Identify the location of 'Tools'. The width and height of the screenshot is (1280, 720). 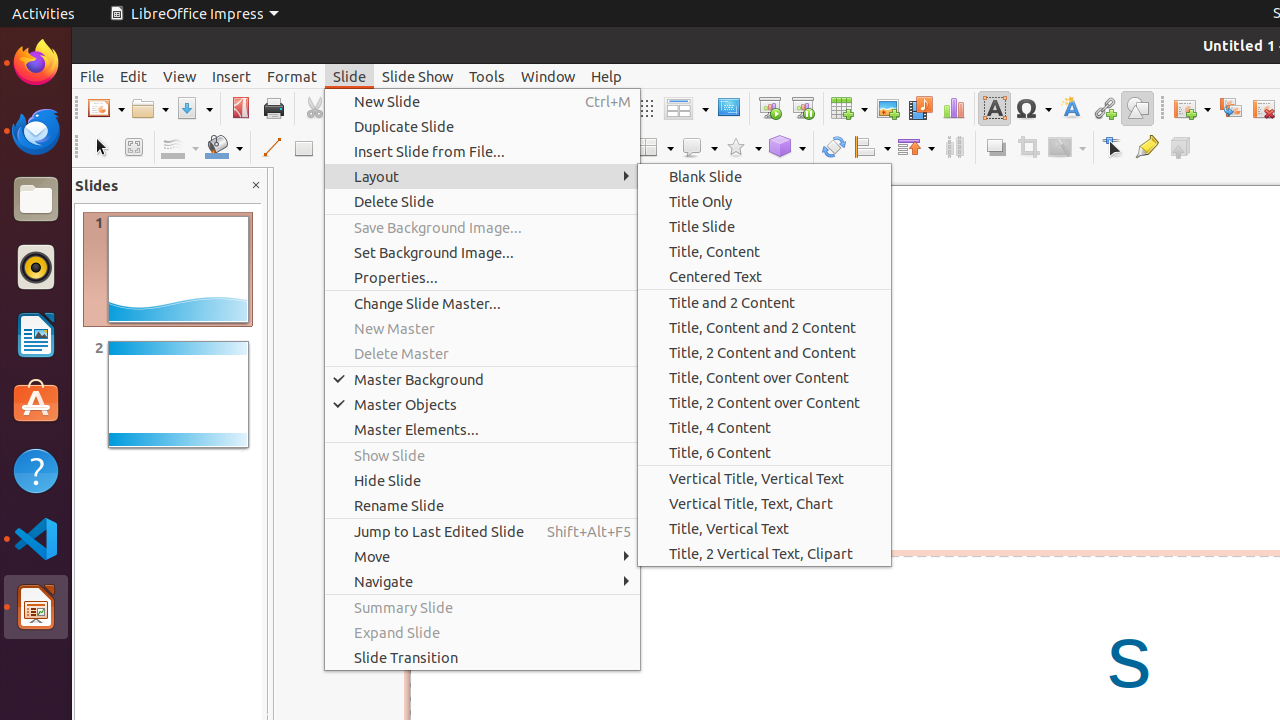
(487, 75).